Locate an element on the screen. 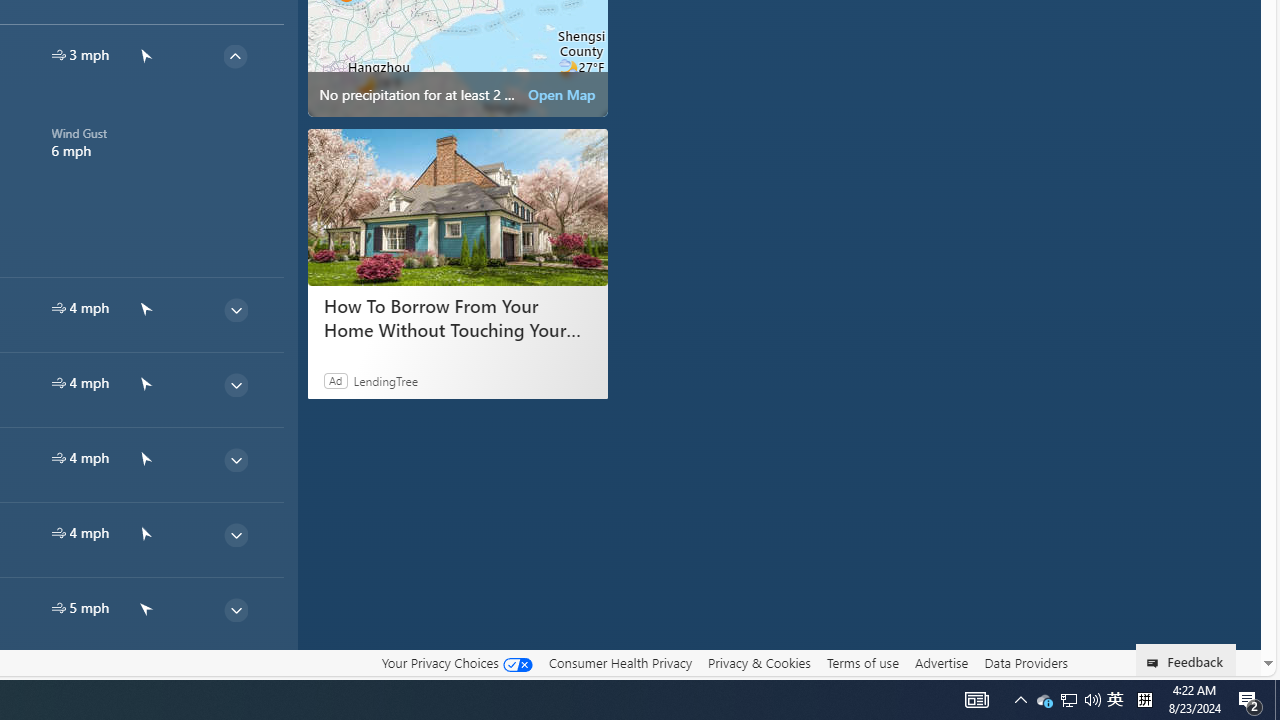 The width and height of the screenshot is (1280, 720). 'LendingTree' is located at coordinates (385, 380).